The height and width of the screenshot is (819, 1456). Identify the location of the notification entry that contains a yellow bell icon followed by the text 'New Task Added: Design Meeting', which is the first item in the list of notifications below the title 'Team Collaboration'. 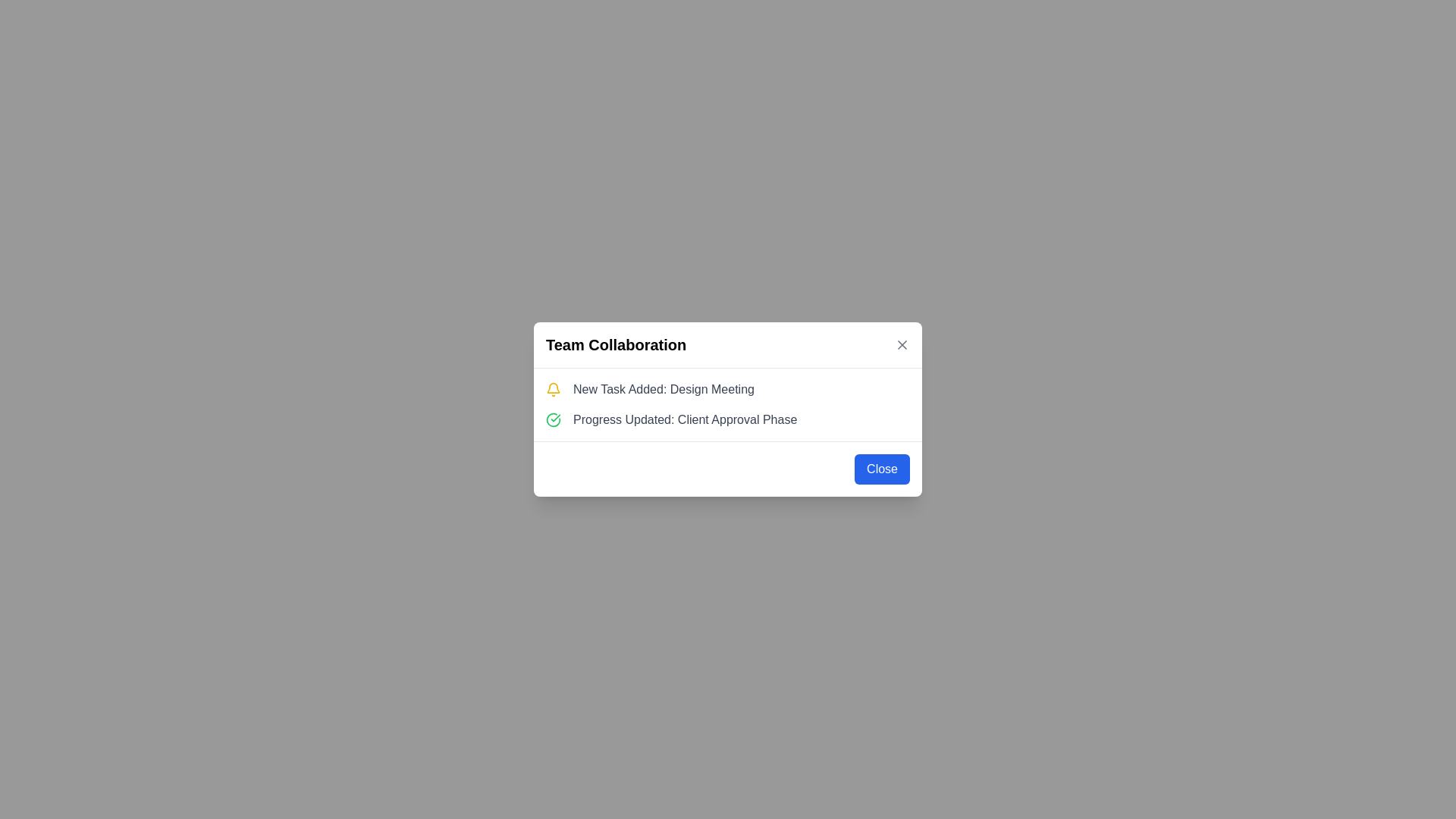
(728, 388).